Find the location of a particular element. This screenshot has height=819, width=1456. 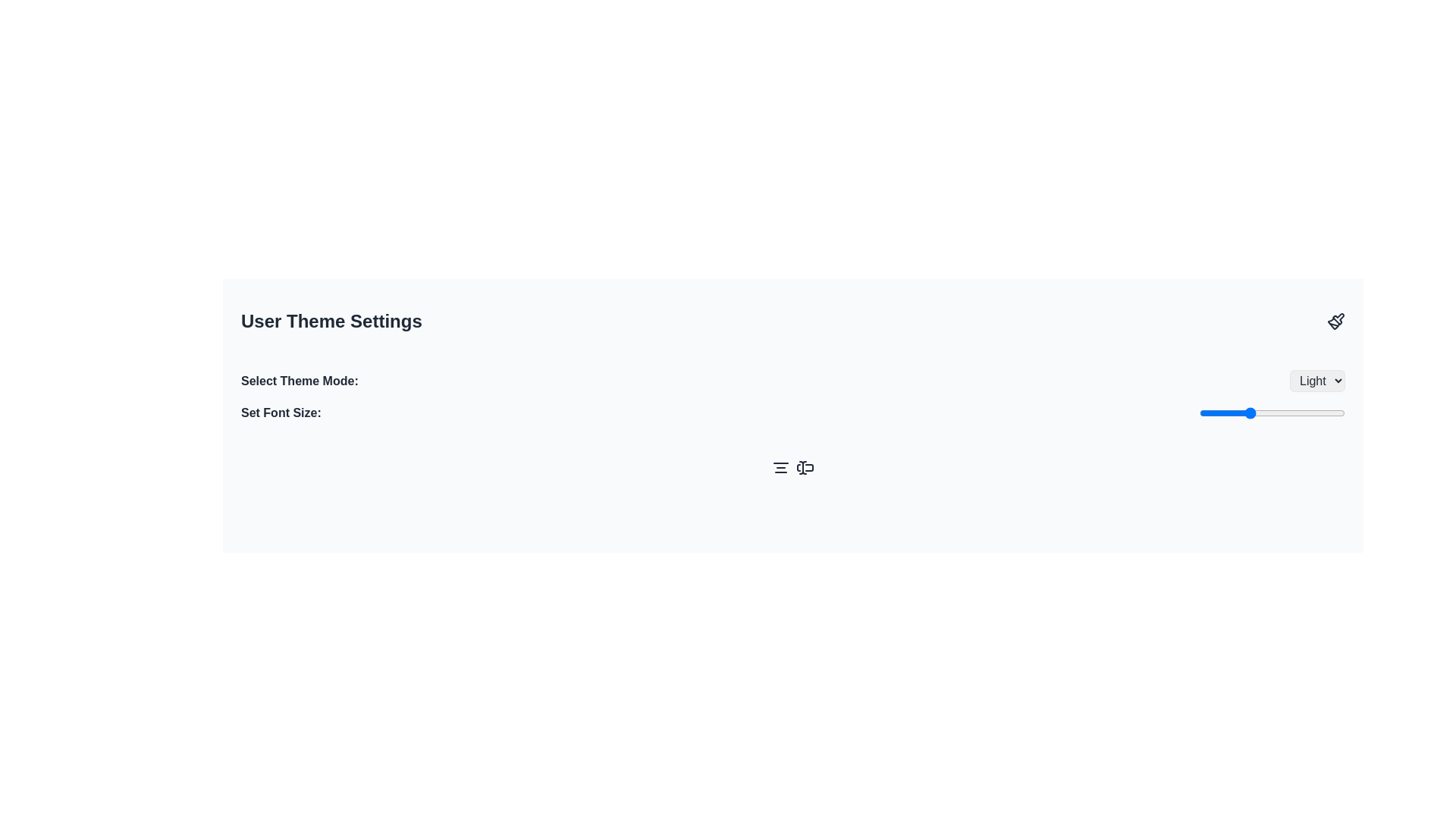

the font size is located at coordinates (1332, 413).